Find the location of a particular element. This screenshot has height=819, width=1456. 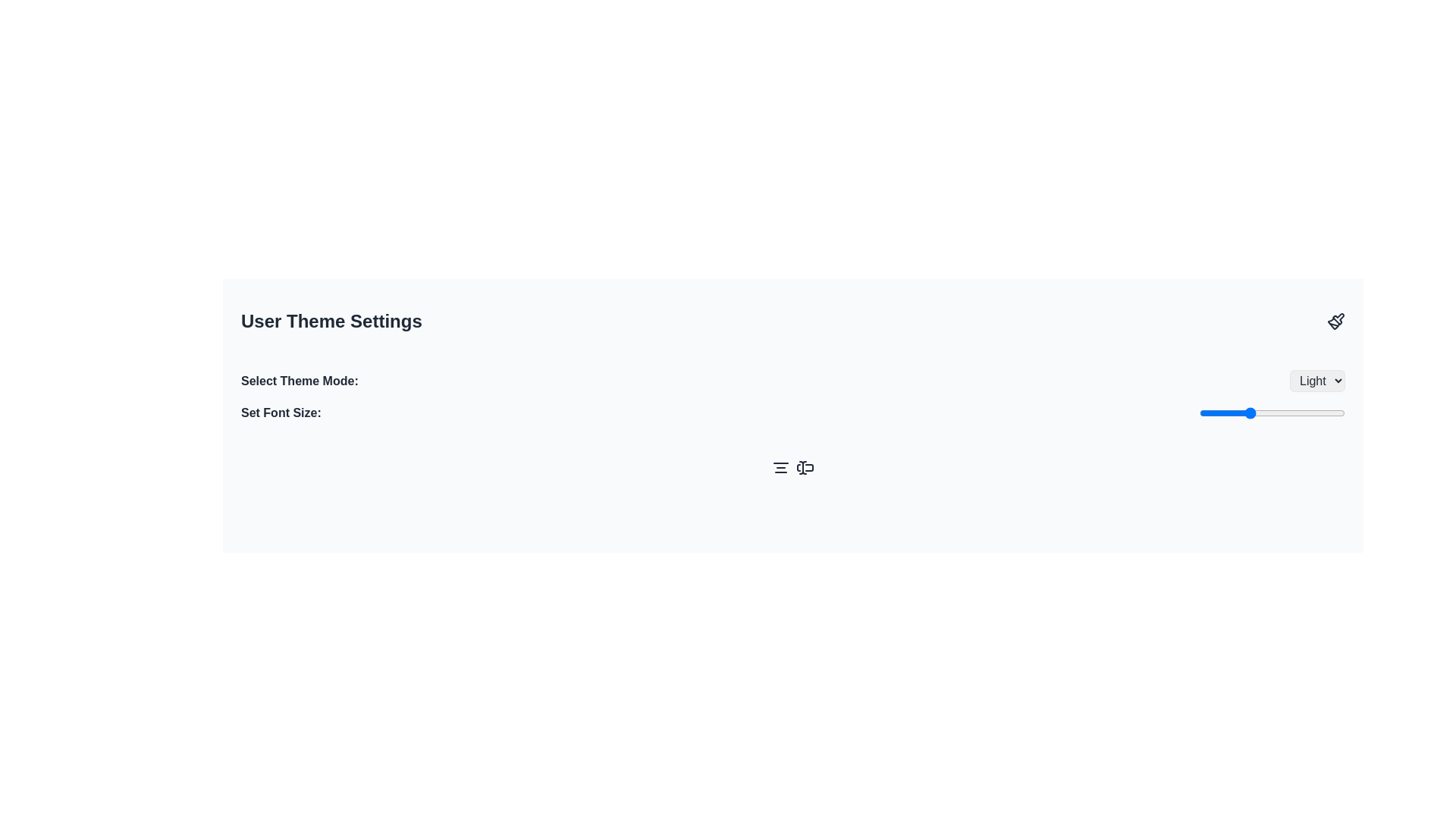

the font size is located at coordinates (1332, 413).